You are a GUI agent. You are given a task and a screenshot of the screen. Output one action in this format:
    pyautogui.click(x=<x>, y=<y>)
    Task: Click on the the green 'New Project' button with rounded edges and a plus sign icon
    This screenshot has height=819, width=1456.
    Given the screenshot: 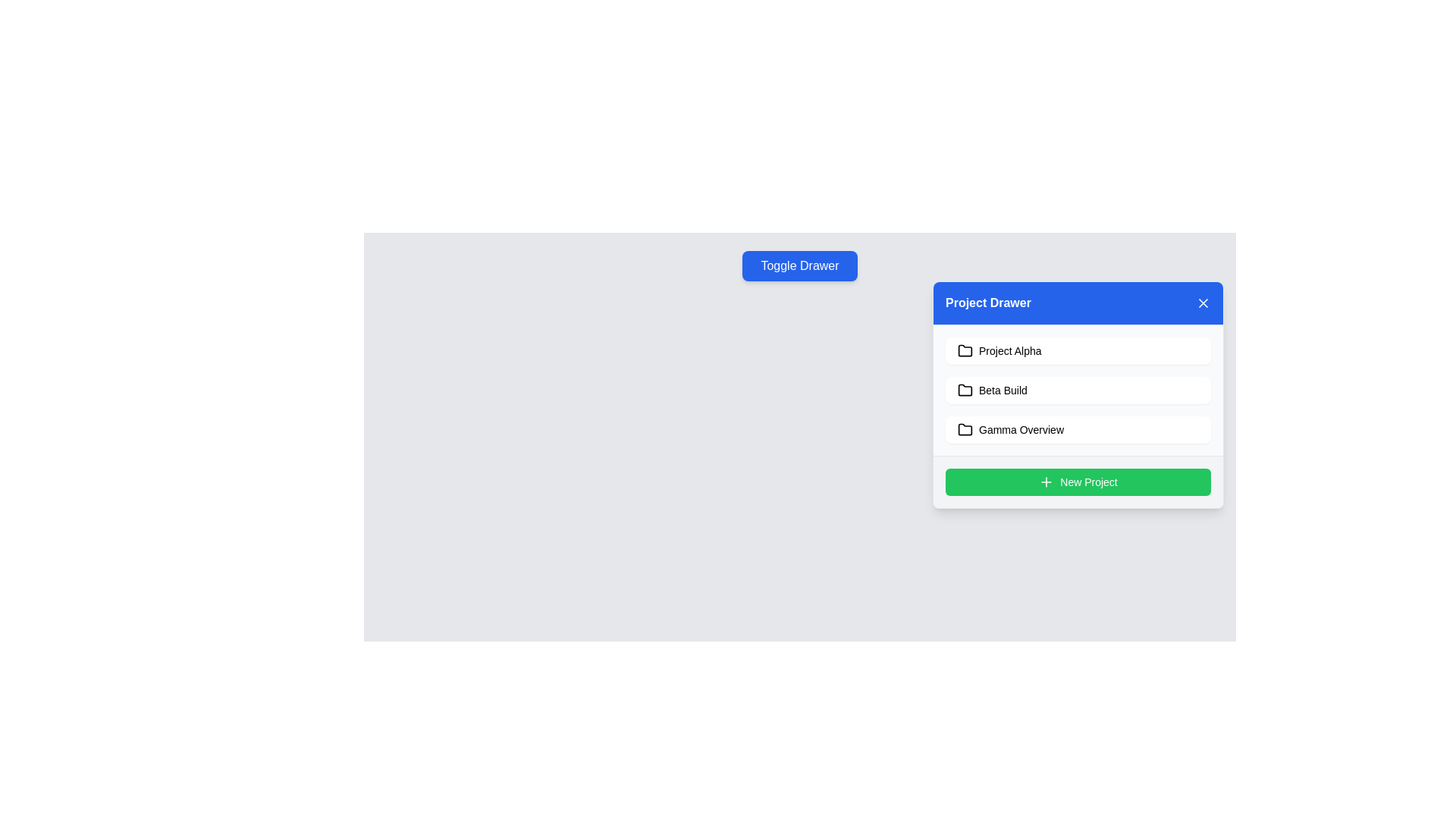 What is the action you would take?
    pyautogui.click(x=1077, y=482)
    